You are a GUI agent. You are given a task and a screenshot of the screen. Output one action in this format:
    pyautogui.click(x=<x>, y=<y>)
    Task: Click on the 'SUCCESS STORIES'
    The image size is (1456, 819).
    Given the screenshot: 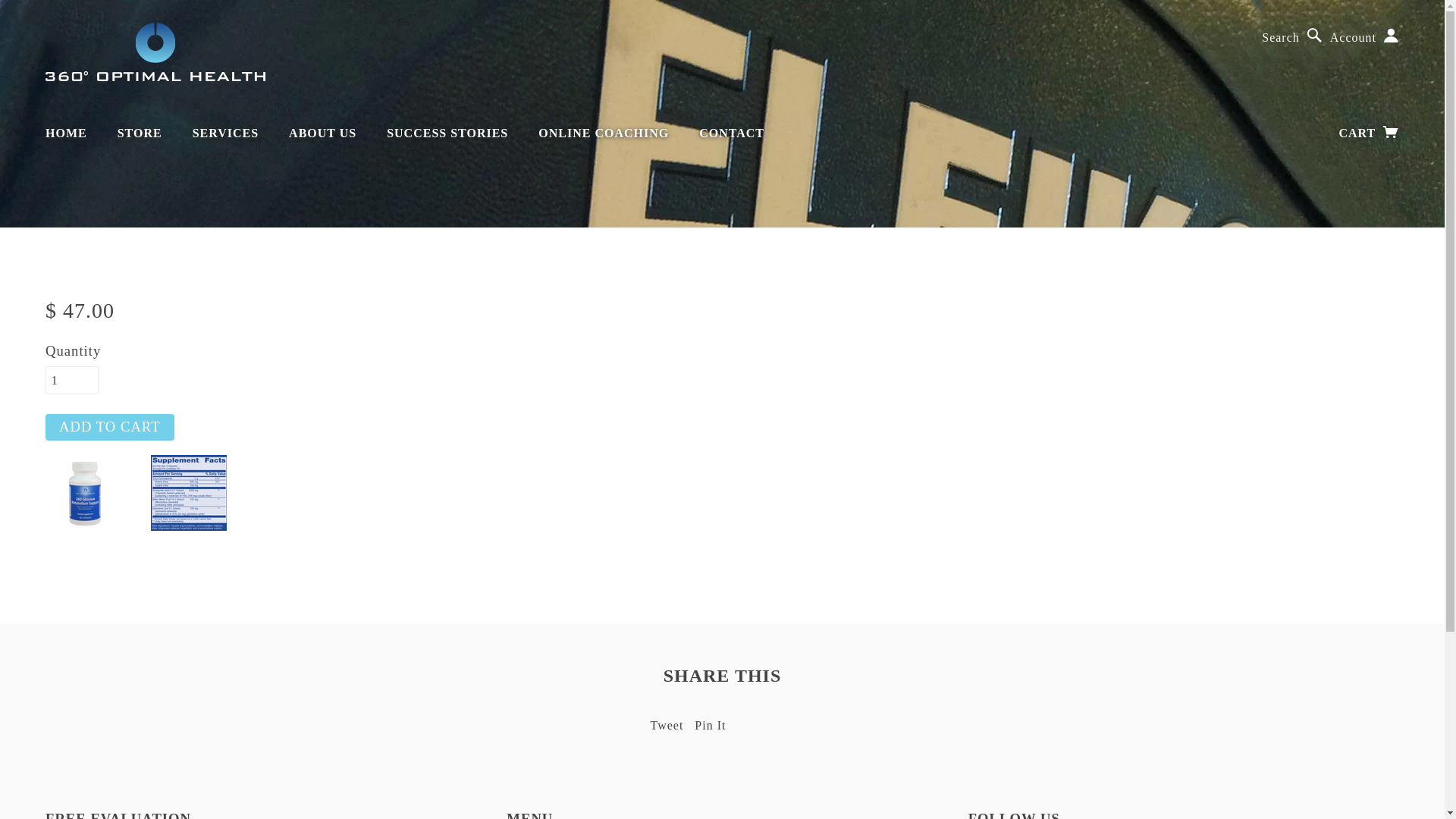 What is the action you would take?
    pyautogui.click(x=447, y=133)
    